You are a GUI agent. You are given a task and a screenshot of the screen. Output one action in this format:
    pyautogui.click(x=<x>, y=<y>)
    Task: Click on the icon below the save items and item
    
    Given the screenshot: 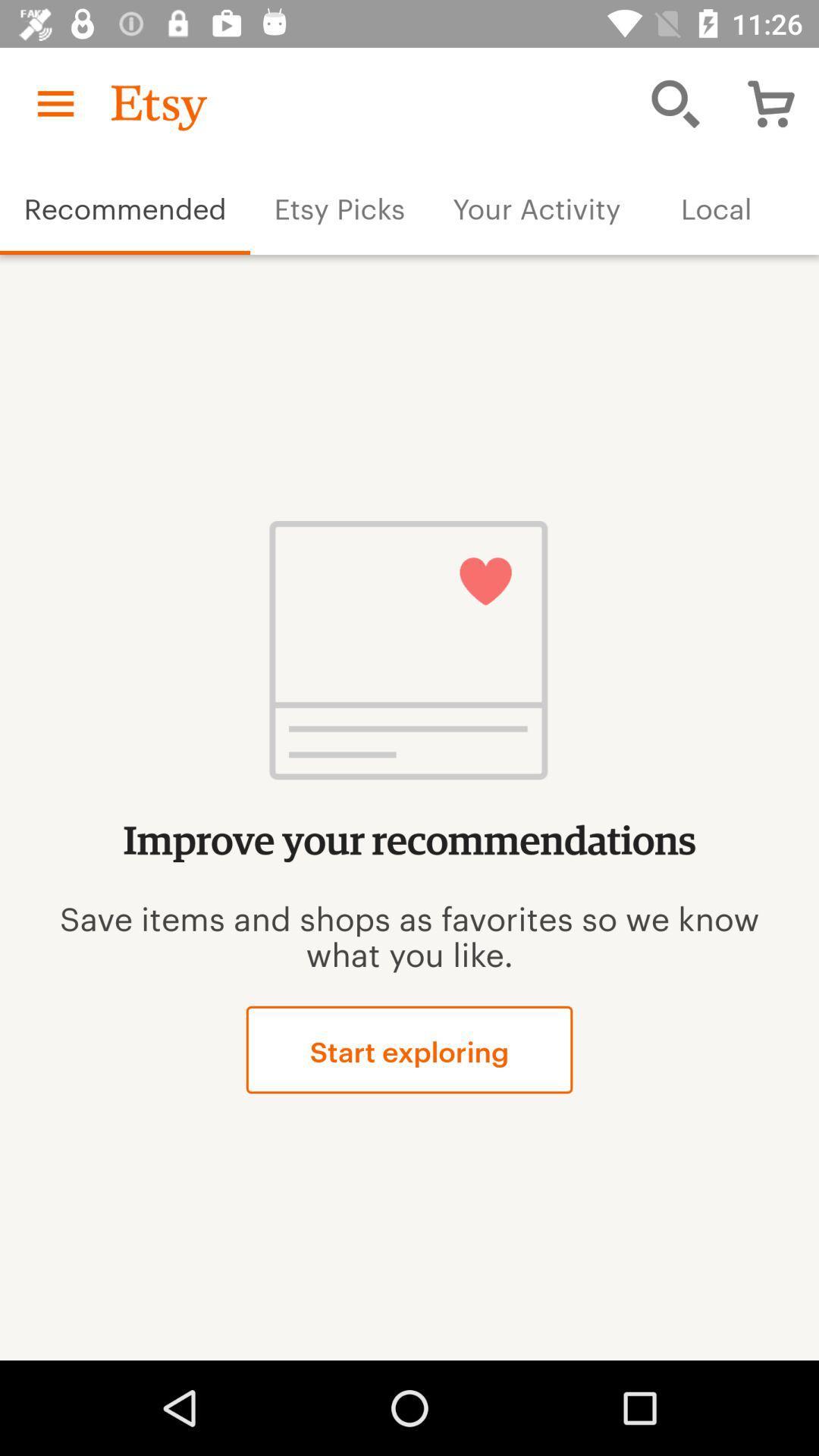 What is the action you would take?
    pyautogui.click(x=409, y=1049)
    